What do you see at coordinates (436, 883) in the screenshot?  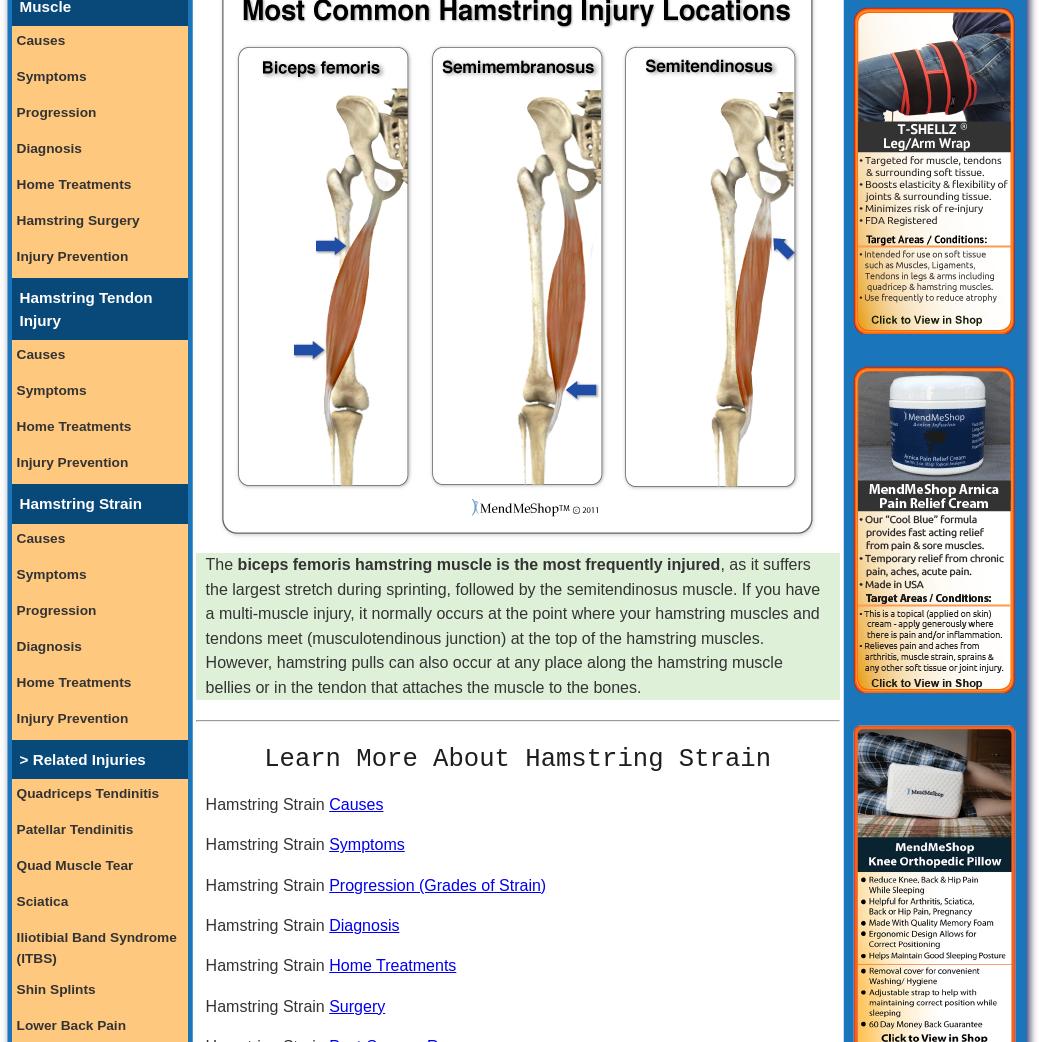 I see `'Progression (Grades of Strain)'` at bounding box center [436, 883].